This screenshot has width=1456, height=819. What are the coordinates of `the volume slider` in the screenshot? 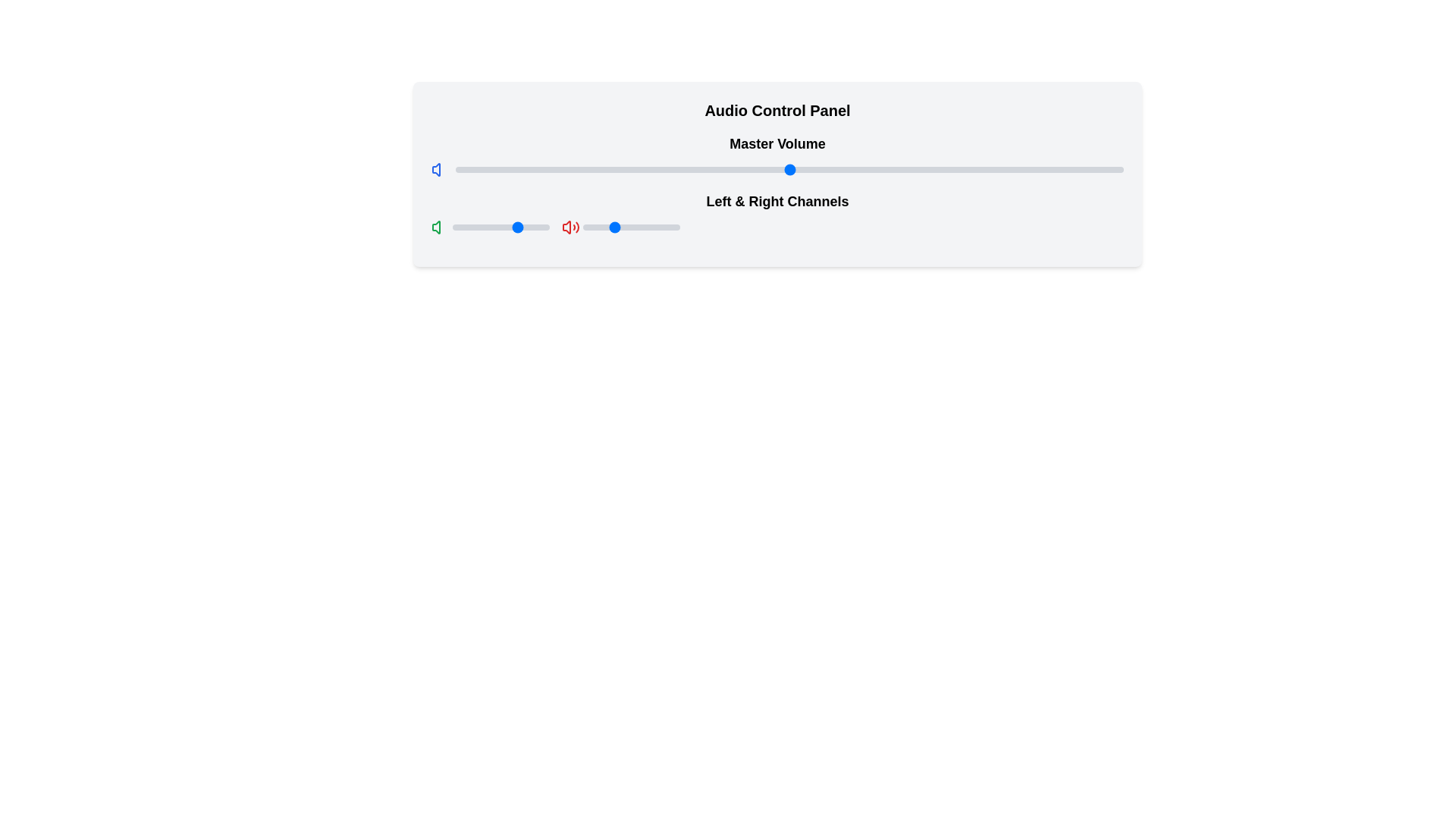 It's located at (1050, 166).